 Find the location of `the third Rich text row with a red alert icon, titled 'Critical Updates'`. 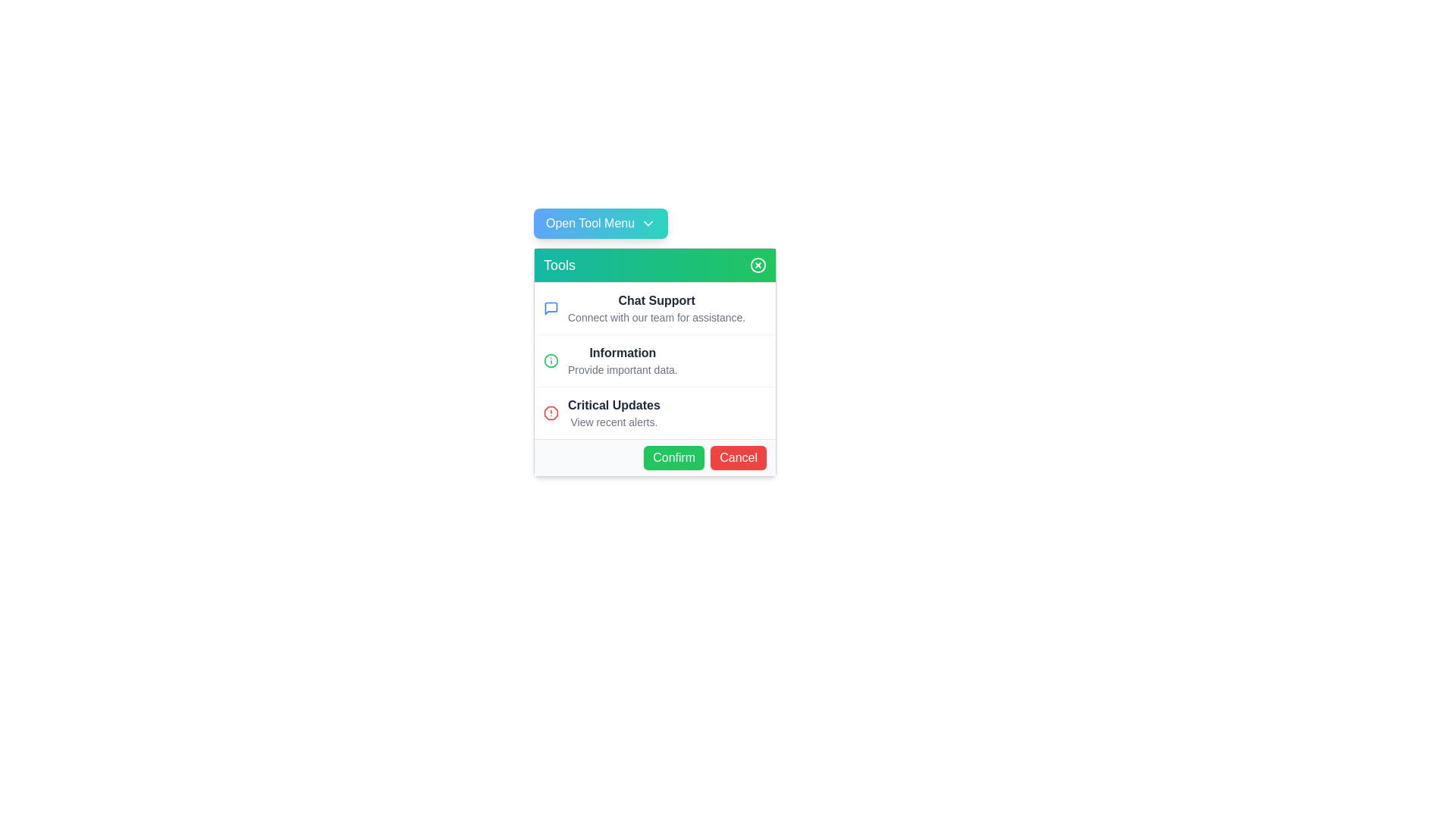

the third Rich text row with a red alert icon, titled 'Critical Updates' is located at coordinates (655, 413).